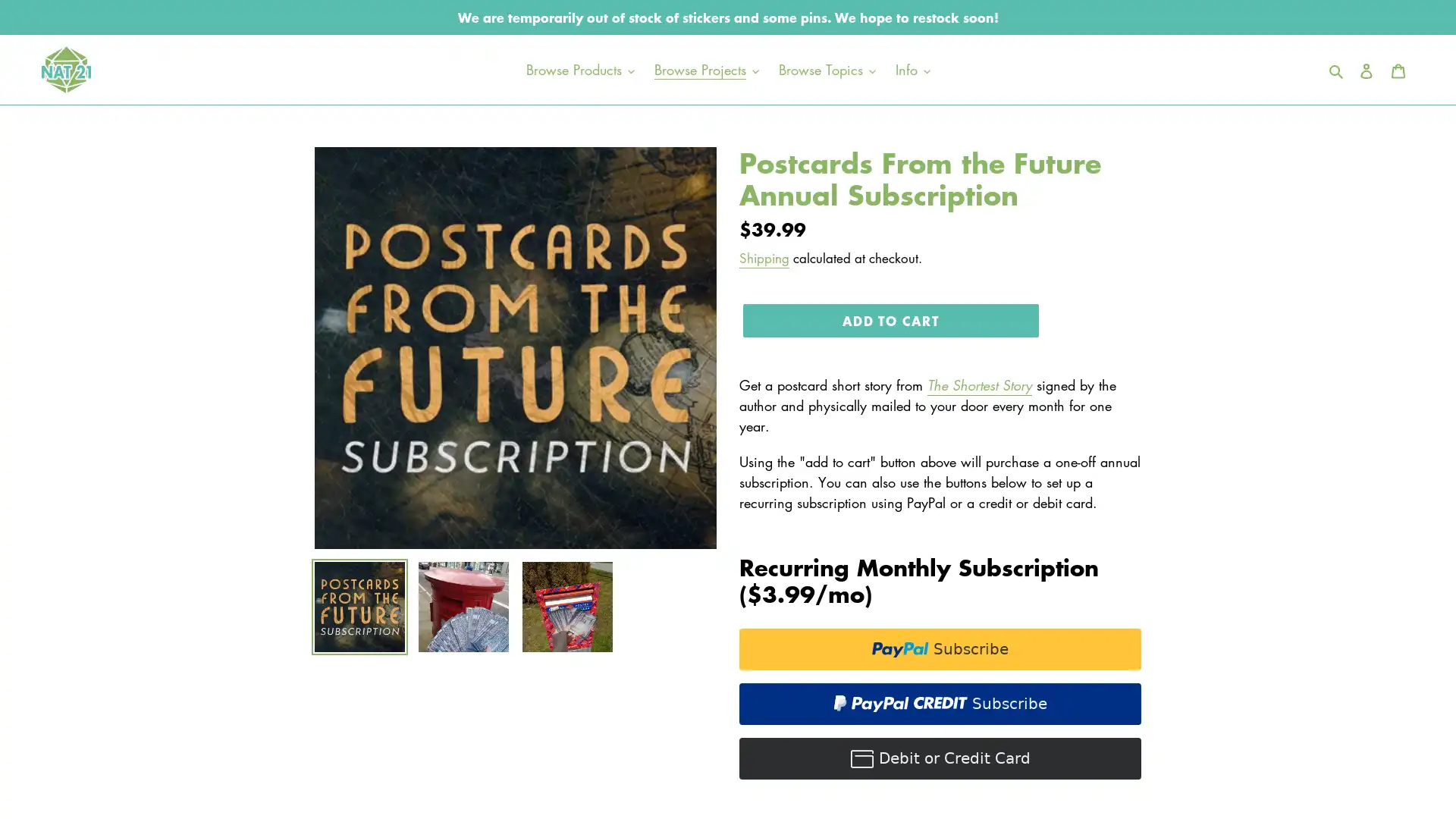 Image resolution: width=1456 pixels, height=819 pixels. I want to click on Info, so click(912, 69).